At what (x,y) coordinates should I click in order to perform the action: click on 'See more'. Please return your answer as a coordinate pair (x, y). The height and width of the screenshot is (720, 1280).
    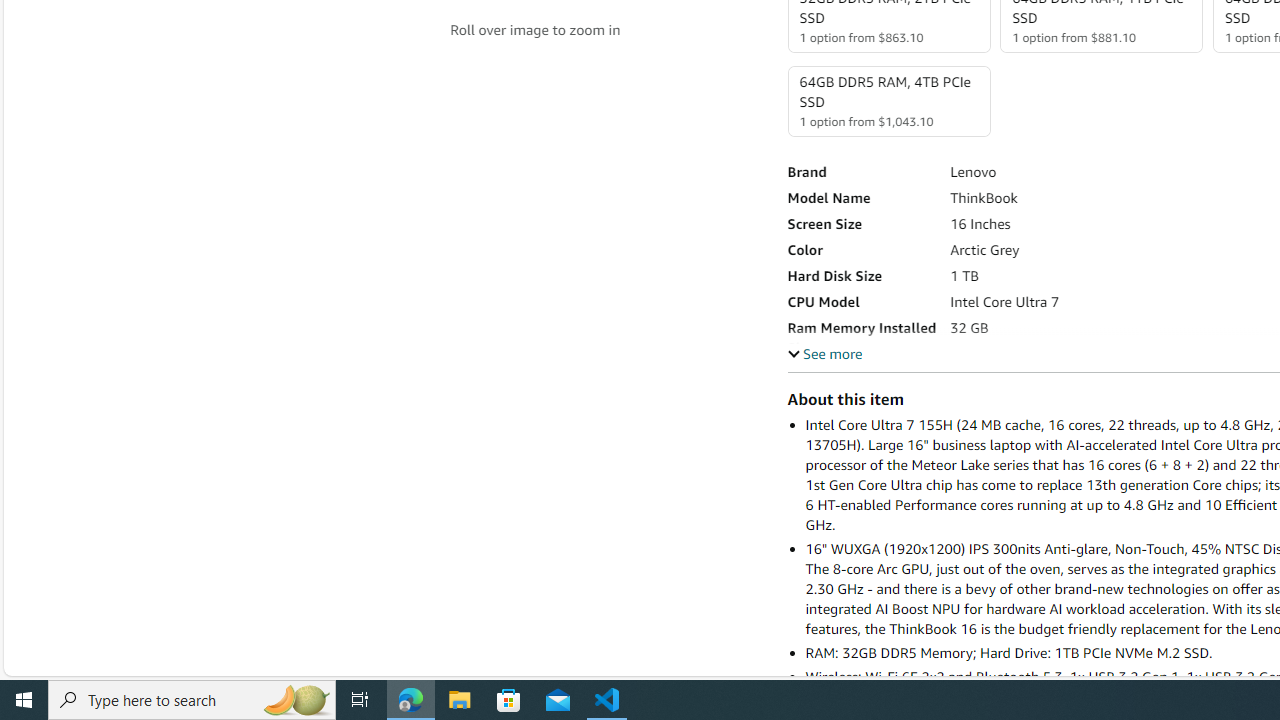
    Looking at the image, I should click on (824, 352).